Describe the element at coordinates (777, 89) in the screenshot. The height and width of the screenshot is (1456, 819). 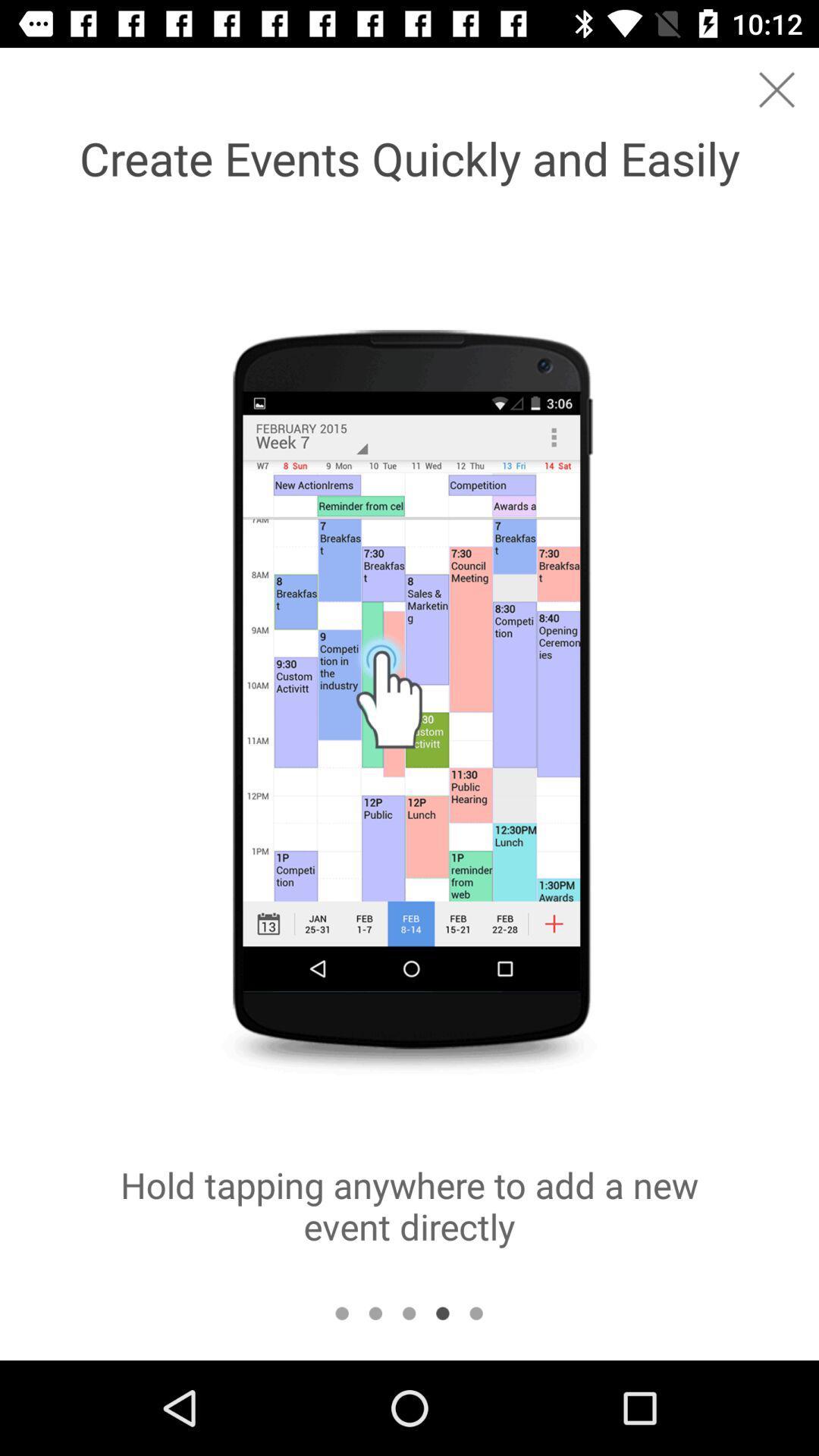
I see `the close icon` at that location.